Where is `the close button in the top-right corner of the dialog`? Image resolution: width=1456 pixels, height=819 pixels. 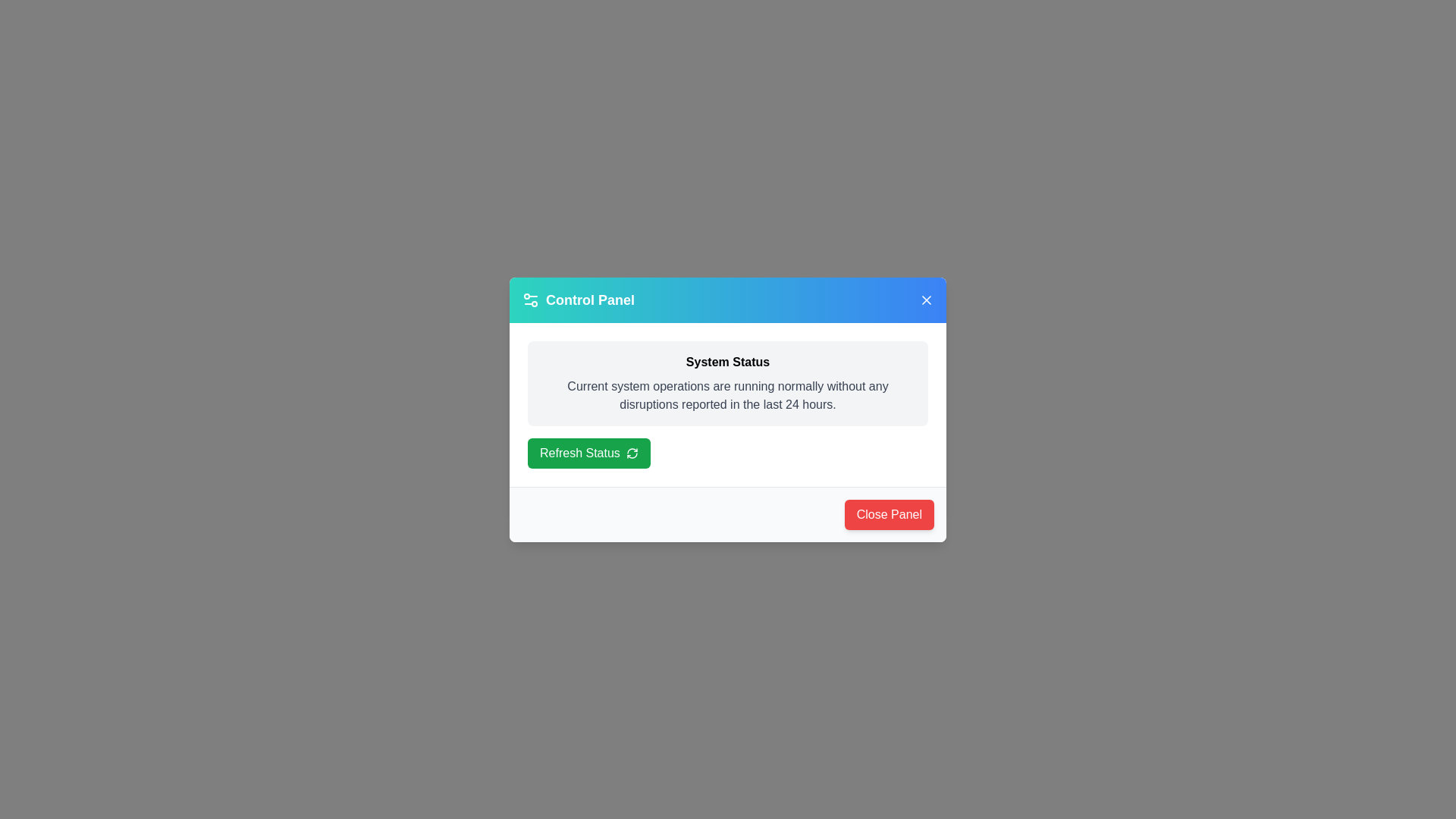 the close button in the top-right corner of the dialog is located at coordinates (926, 300).